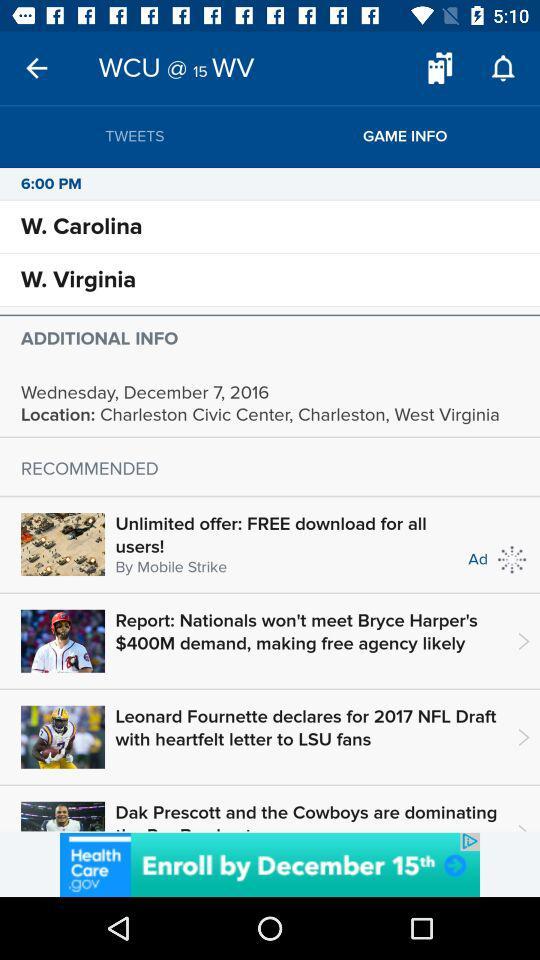 The image size is (540, 960). What do you see at coordinates (502, 68) in the screenshot?
I see `the notifications icon` at bounding box center [502, 68].